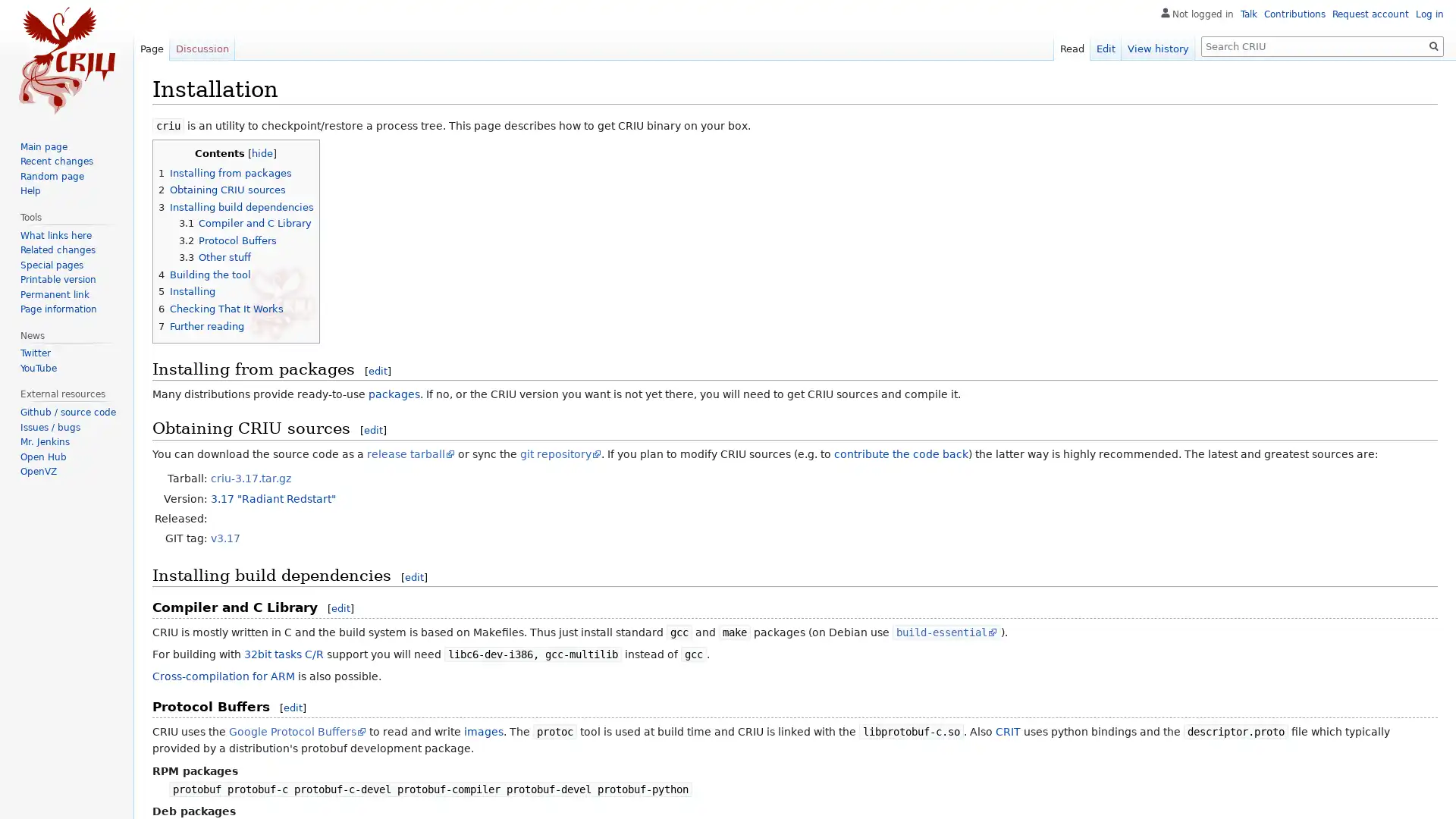  Describe the element at coordinates (1433, 45) in the screenshot. I see `Search` at that location.